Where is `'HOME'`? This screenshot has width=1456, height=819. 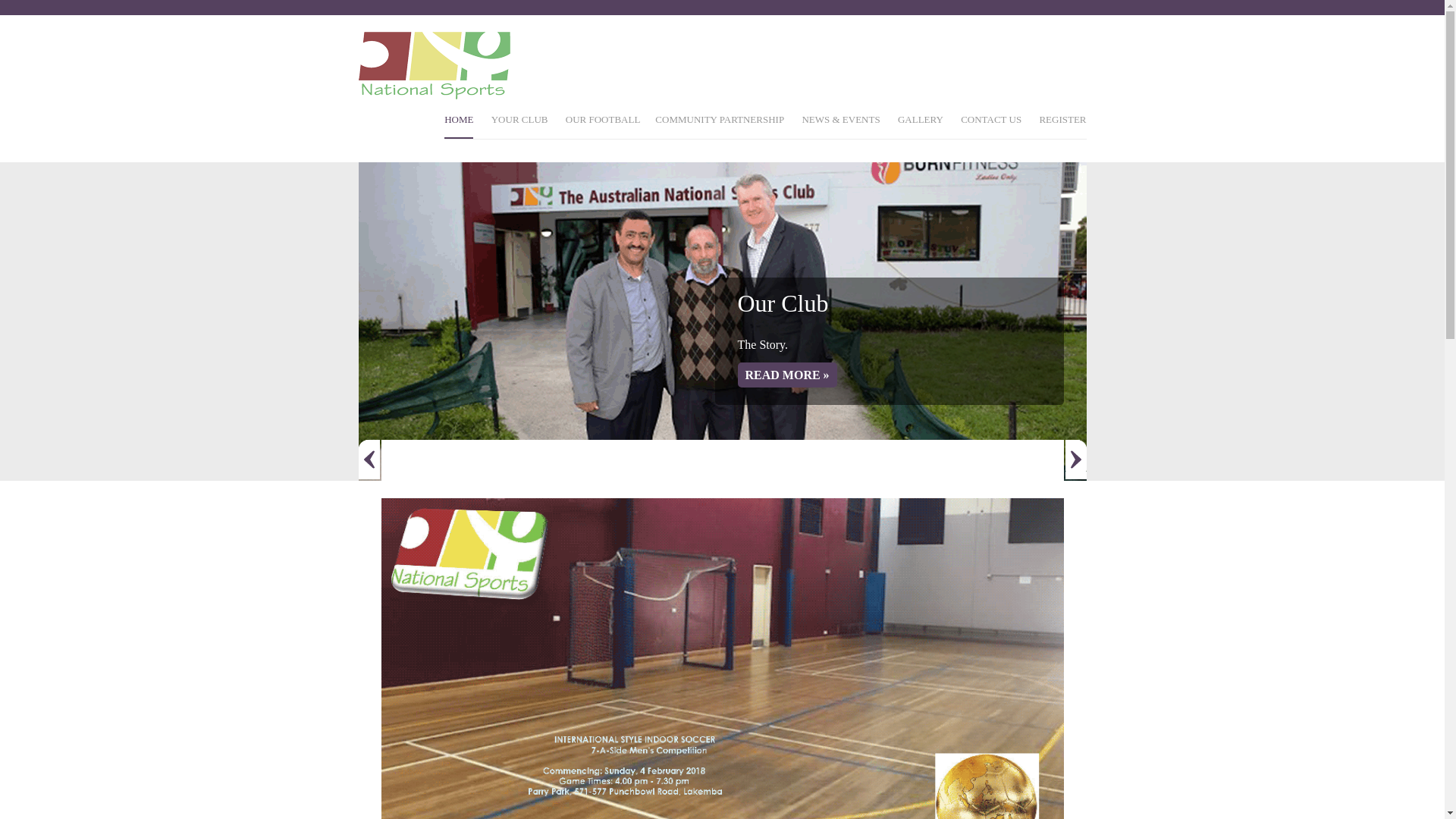 'HOME' is located at coordinates (443, 125).